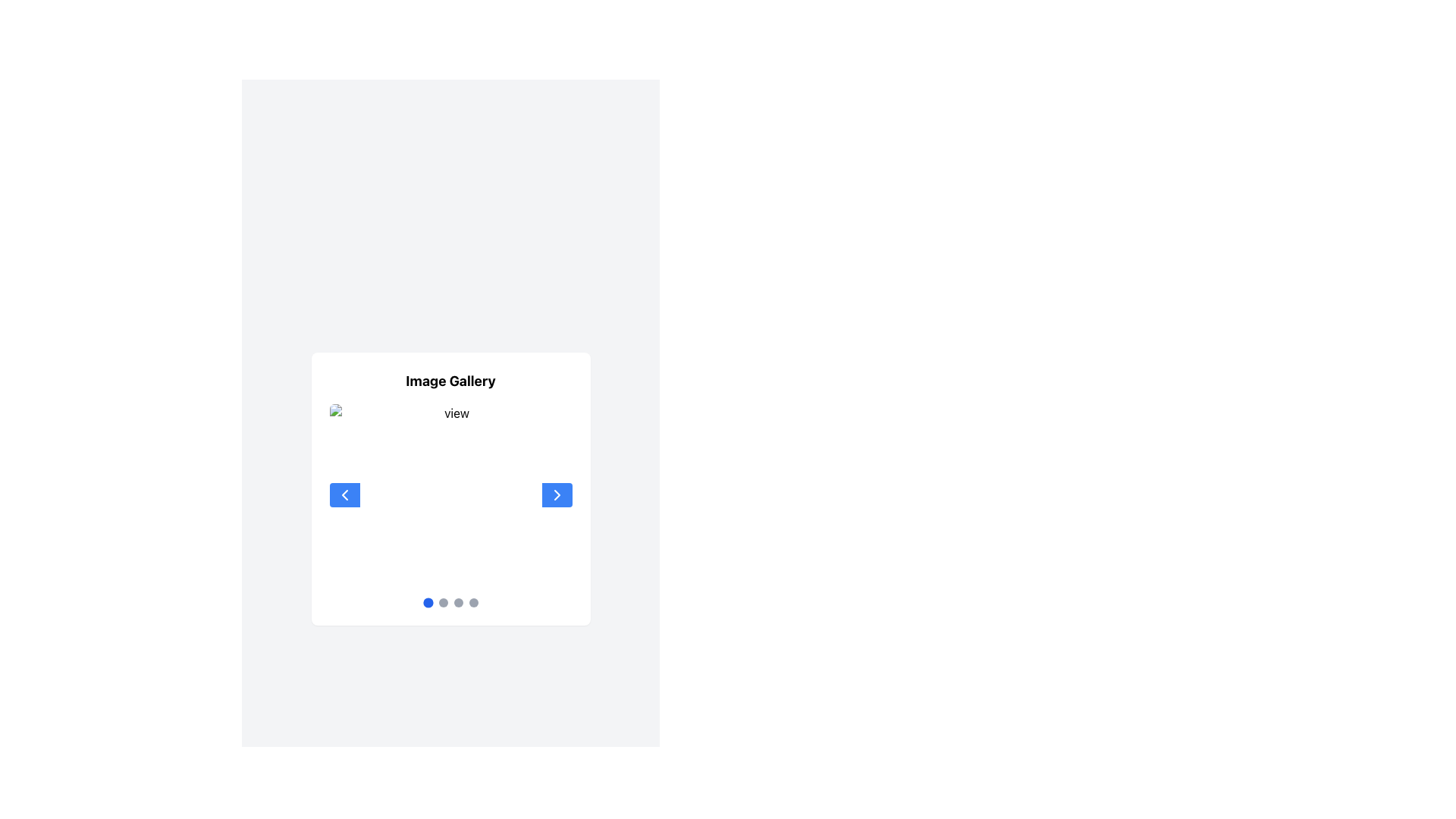 This screenshot has width=1456, height=819. I want to click on the left-facing chevron icon within the blue rectangular button, so click(344, 494).